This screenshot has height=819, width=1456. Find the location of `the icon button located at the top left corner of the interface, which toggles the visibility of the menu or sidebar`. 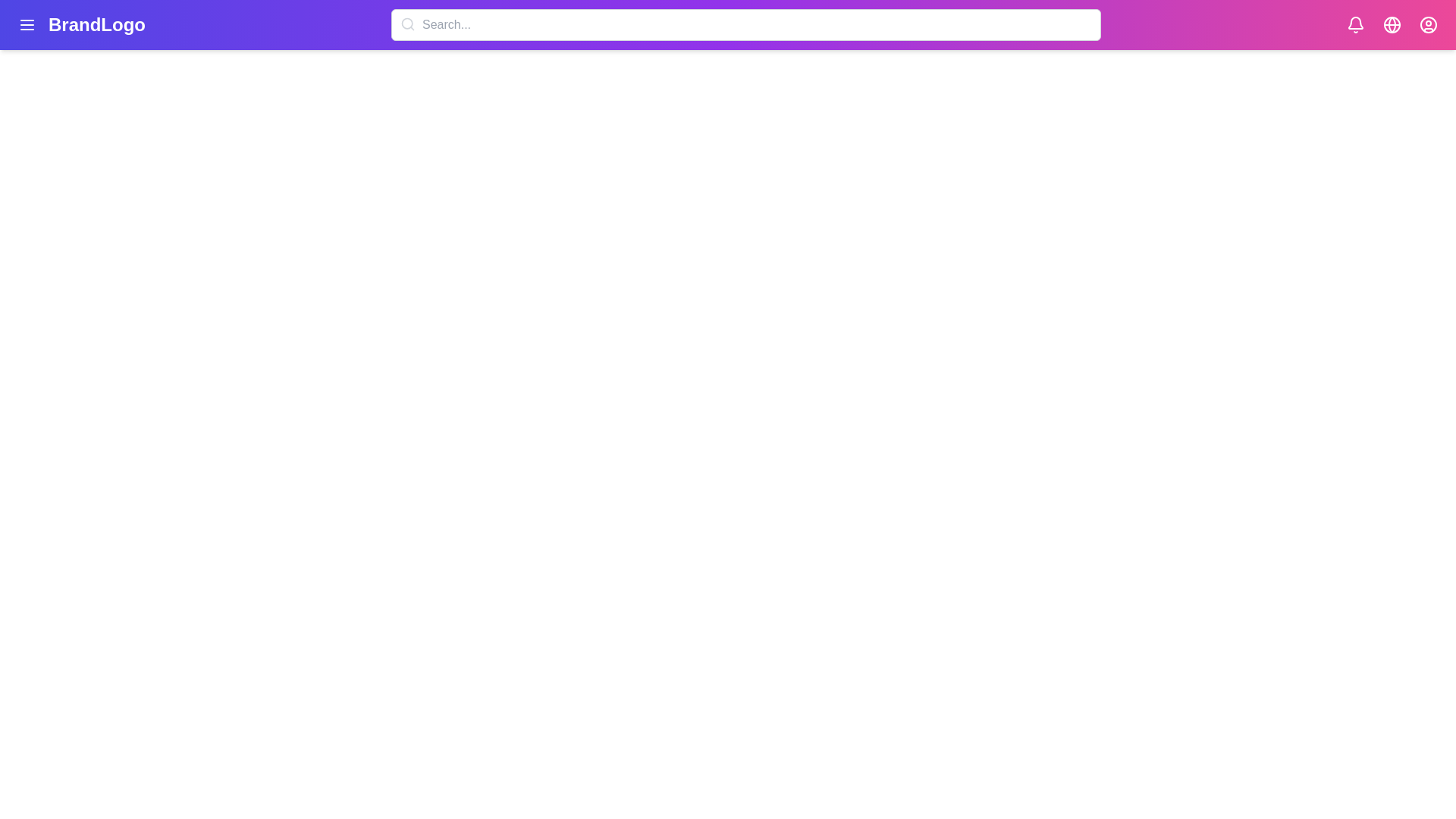

the icon button located at the top left corner of the interface, which toggles the visibility of the menu or sidebar is located at coordinates (27, 25).